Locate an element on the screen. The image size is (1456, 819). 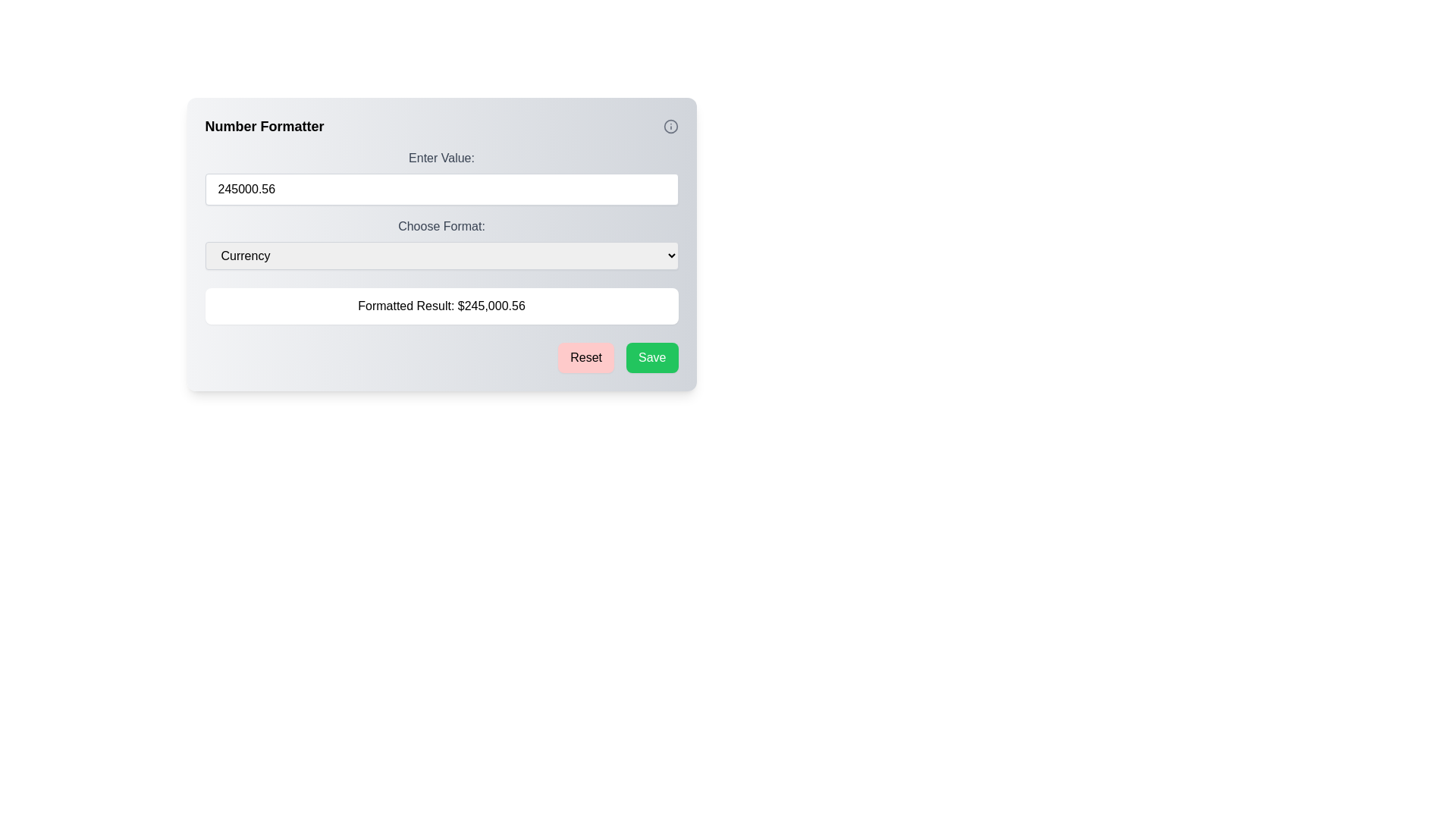
the text input field for numerical value input located beneath the 'Number Formatter' heading and above 'Choose Format:' to indicate interactivity is located at coordinates (441, 177).